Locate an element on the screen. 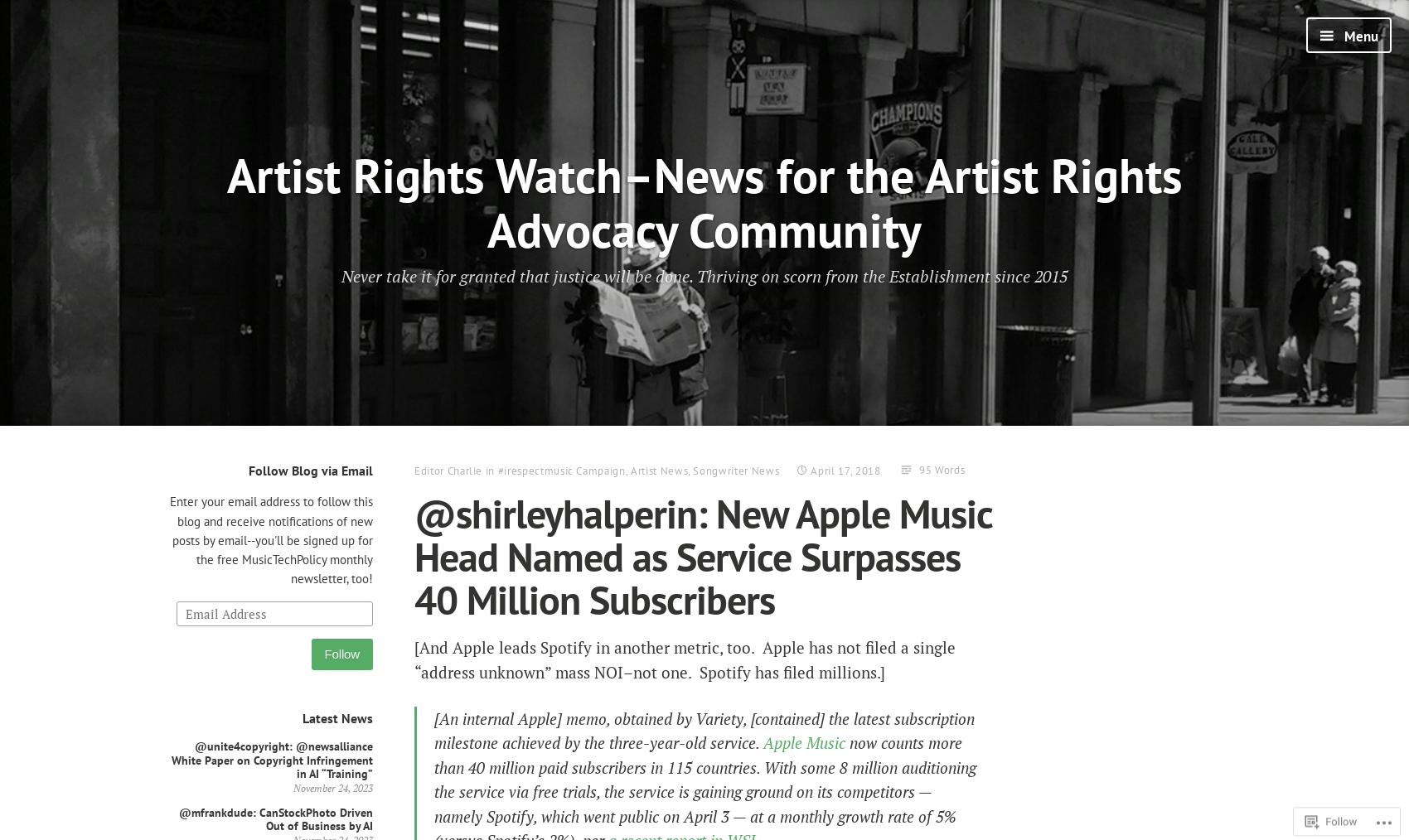 The image size is (1409, 840). 'Apple Music' is located at coordinates (803, 741).